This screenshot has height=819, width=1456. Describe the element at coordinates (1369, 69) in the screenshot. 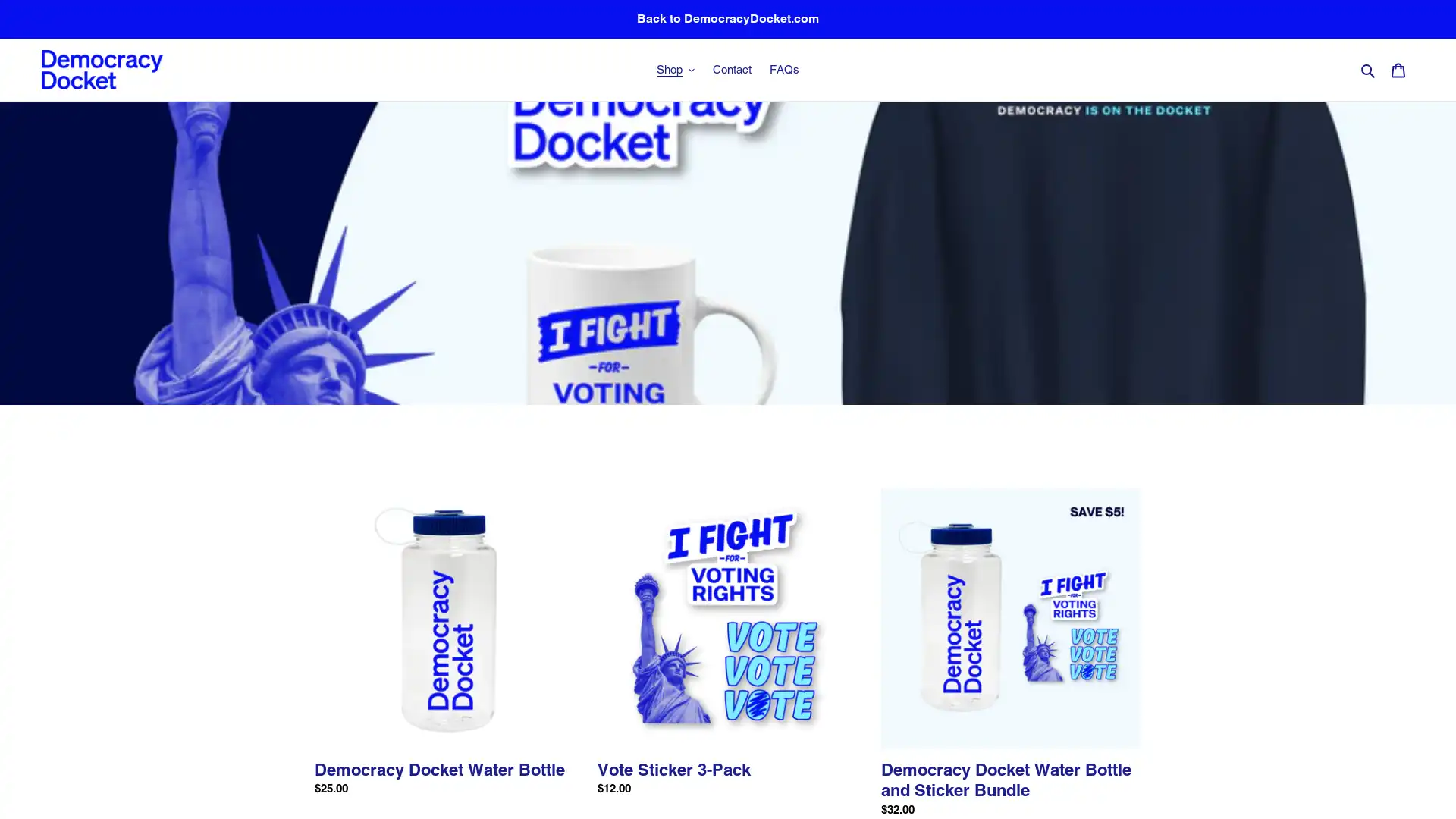

I see `Search` at that location.